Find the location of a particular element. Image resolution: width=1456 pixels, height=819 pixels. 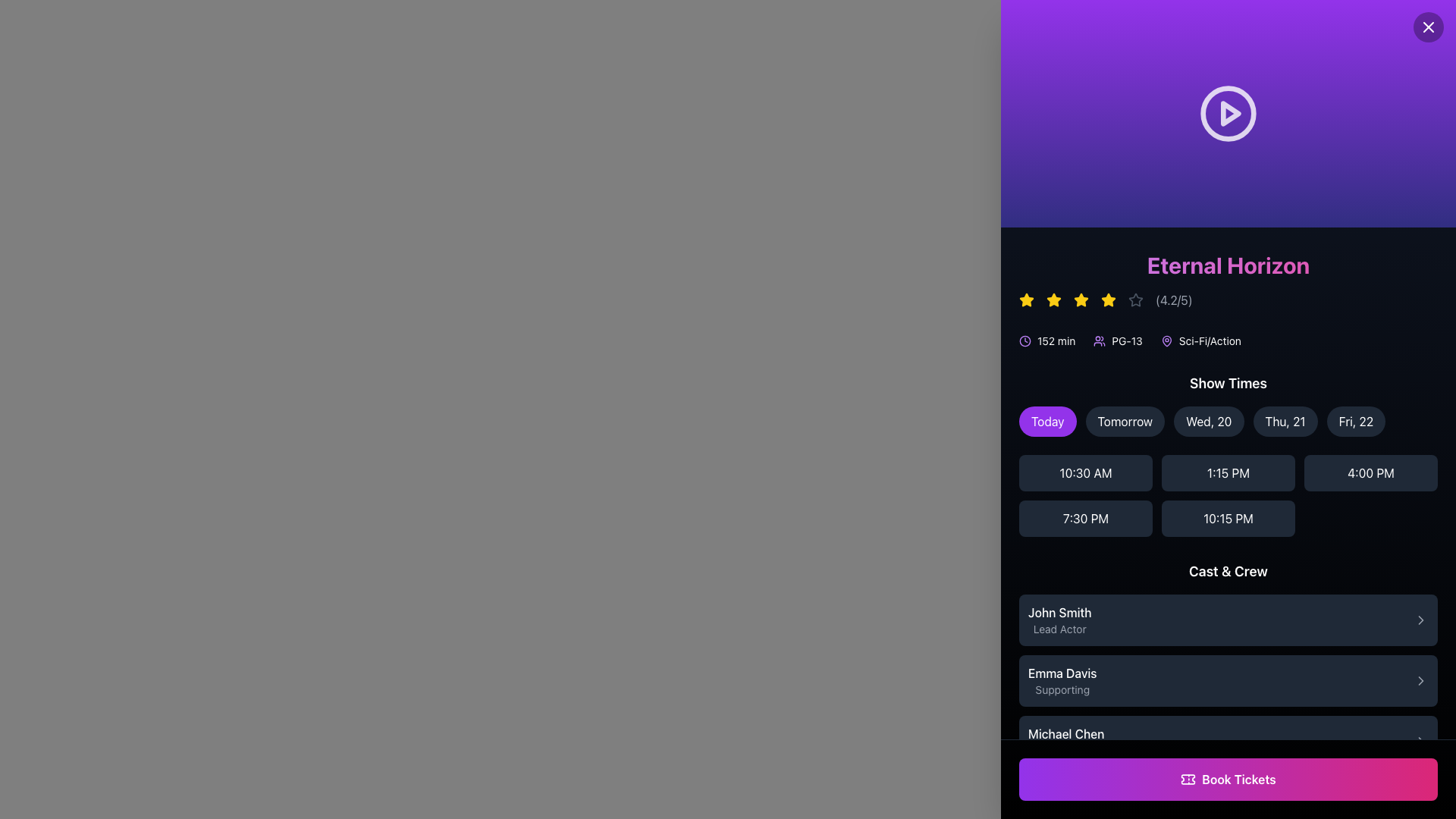

the fifth star-shaped icon in the rating system for 'Eternal Horizon', which has a grayish outline and a central marker is located at coordinates (1135, 300).